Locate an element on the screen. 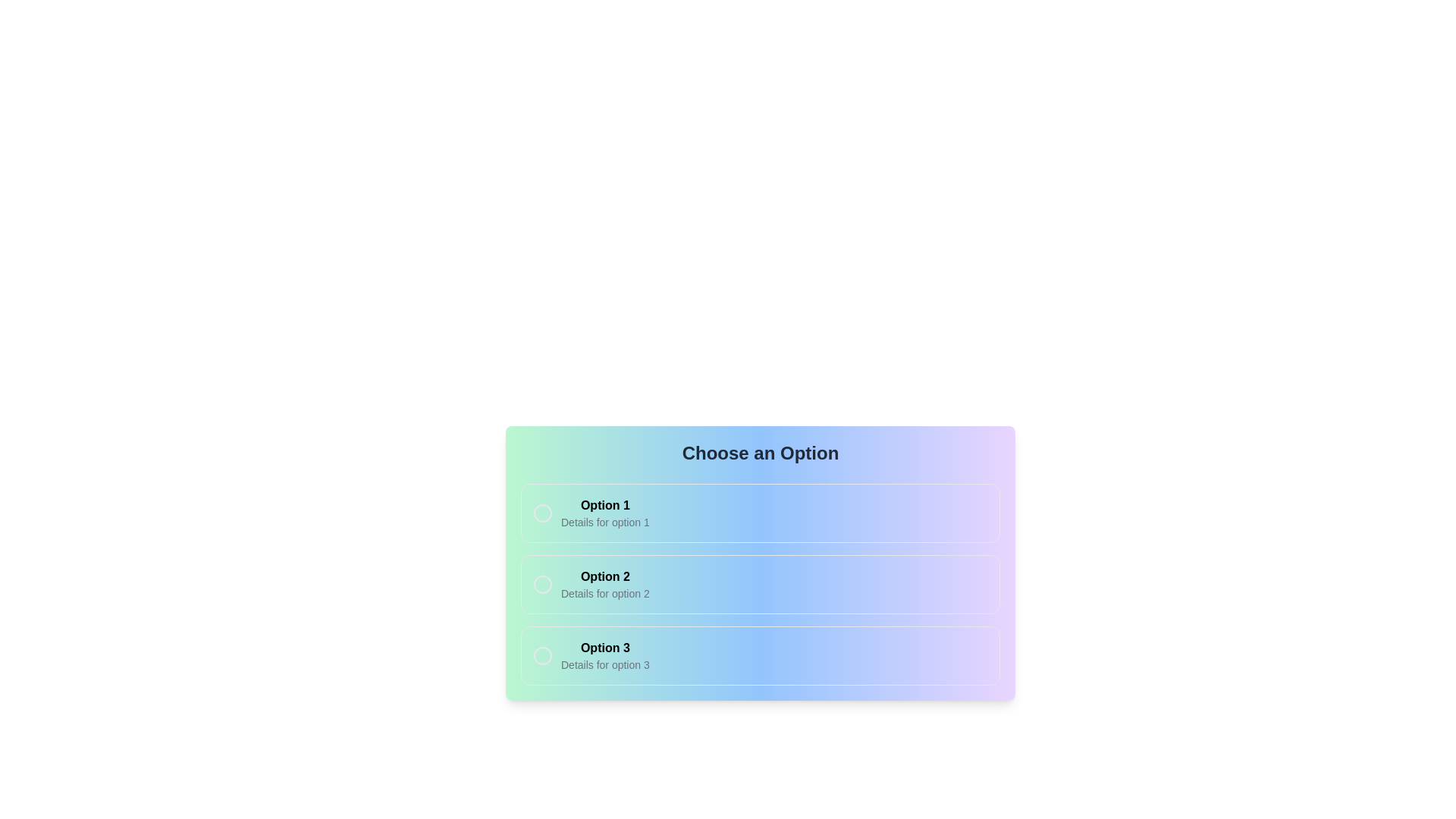 The height and width of the screenshot is (819, 1456). the second selectable option in the list is located at coordinates (761, 595).